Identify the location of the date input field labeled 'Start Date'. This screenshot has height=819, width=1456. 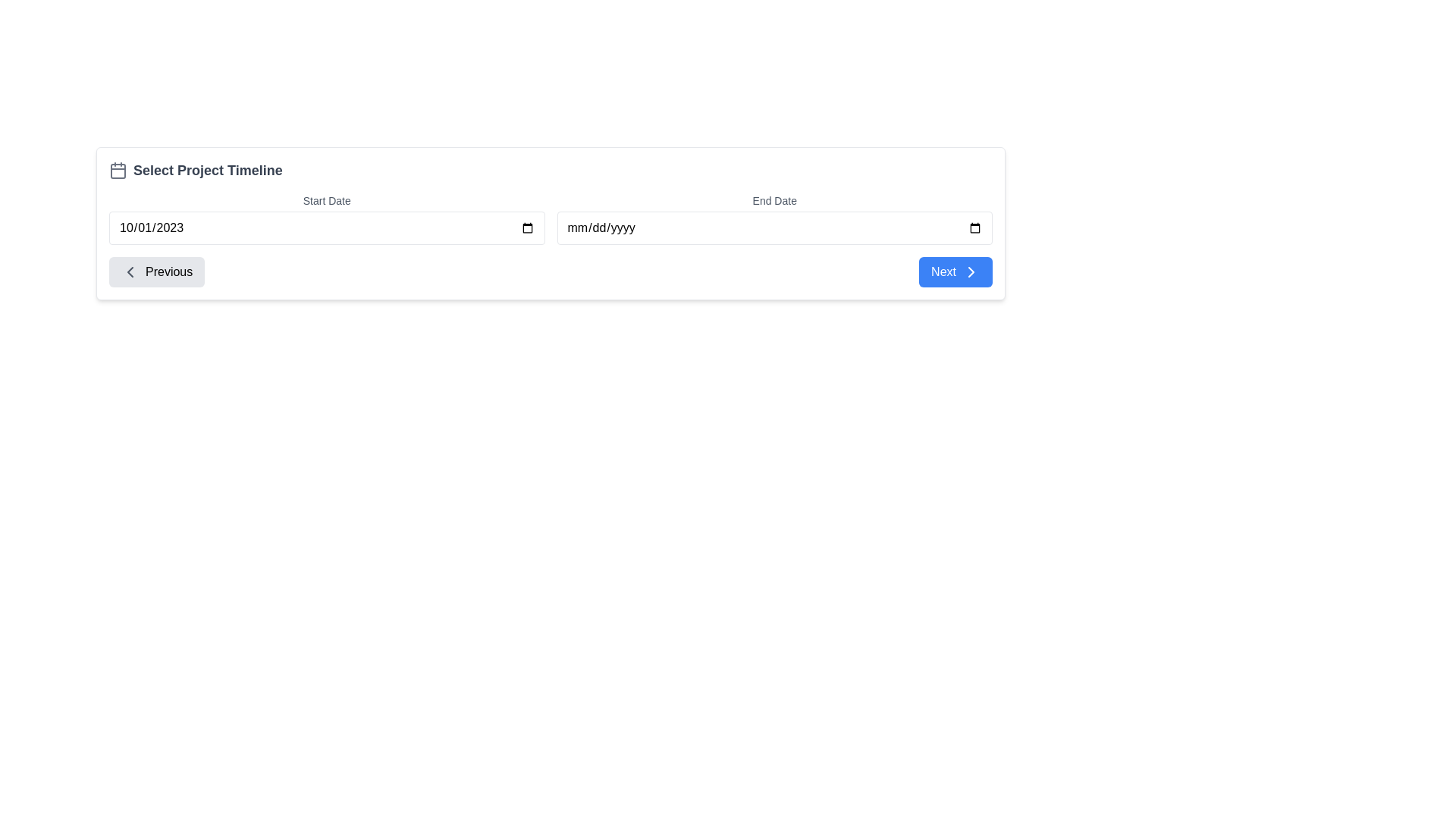
(326, 227).